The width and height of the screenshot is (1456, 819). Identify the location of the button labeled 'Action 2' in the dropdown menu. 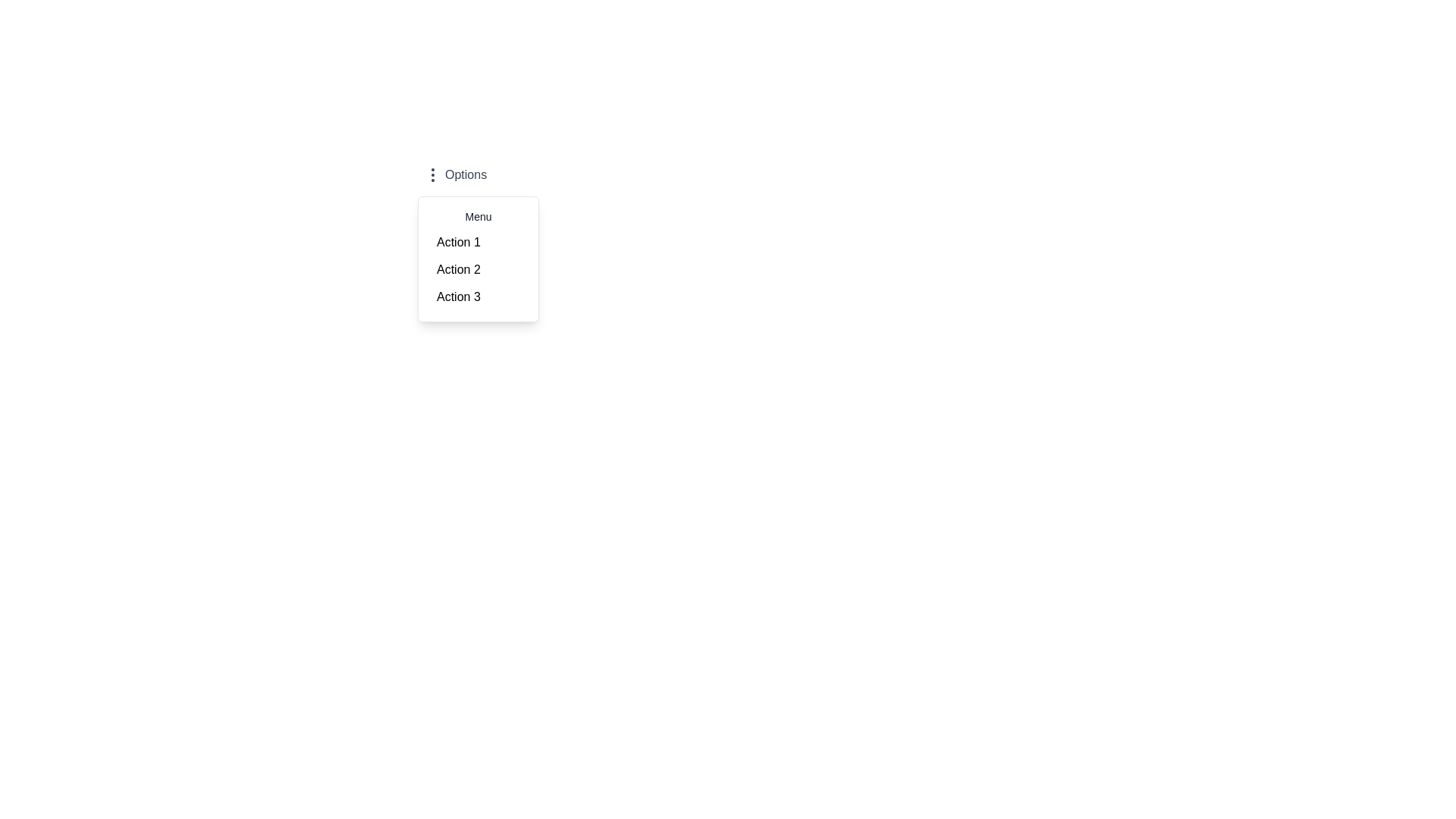
(477, 268).